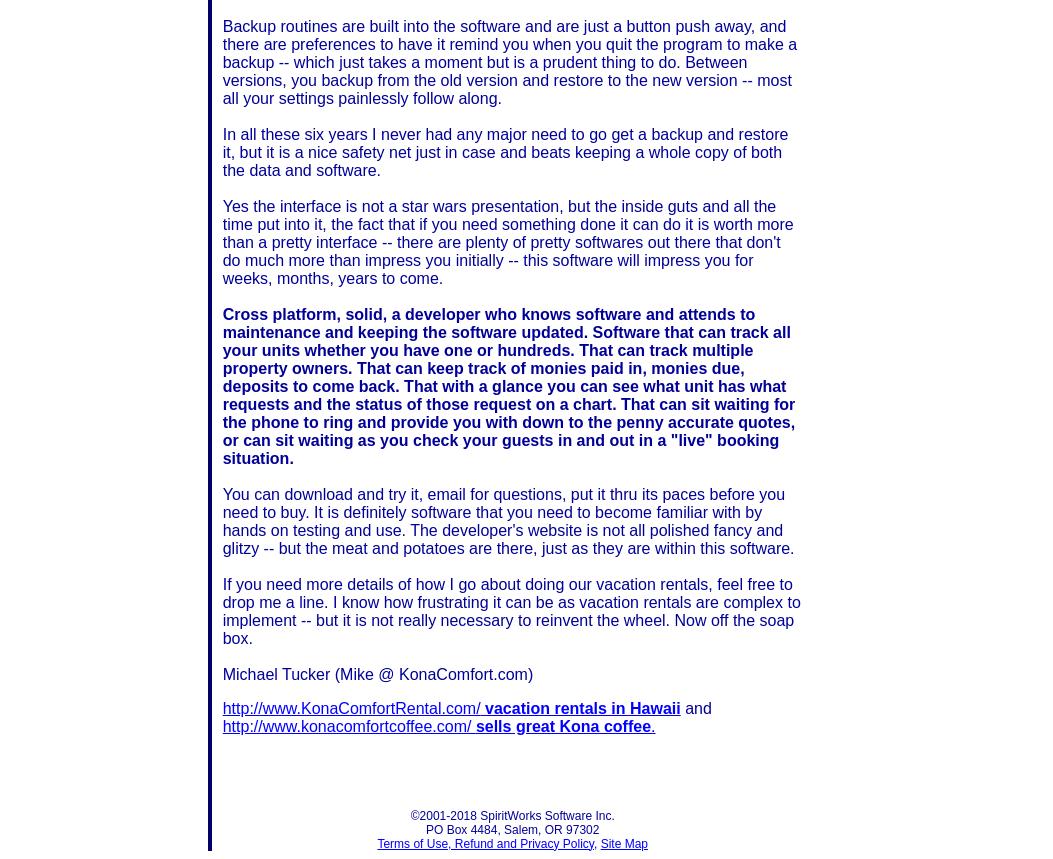 The image size is (1053, 859). What do you see at coordinates (507, 240) in the screenshot?
I see `'Yes the interface is not a star wars presentation, but the inside guts and all the time put into it, the fact that if you need something done it can do it is worth more than a pretty interface -- there are plenty of pretty softwares out there that don't do much more than impress you initially -- this software will impress you for weeks, months, years to come.'` at bounding box center [507, 240].